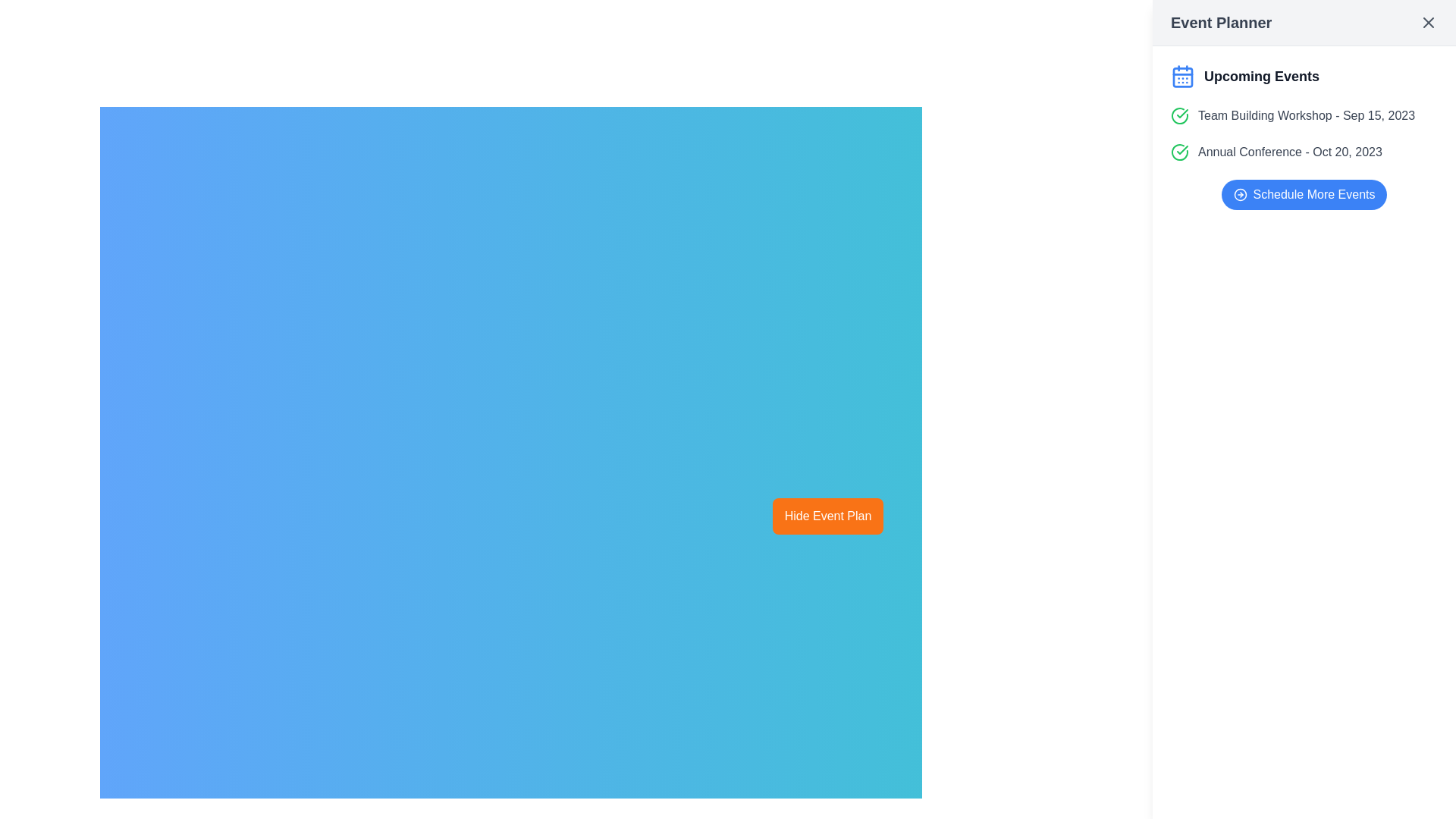  Describe the element at coordinates (1303, 194) in the screenshot. I see `the button with blue background and white text reading 'Schedule More Events'` at that location.